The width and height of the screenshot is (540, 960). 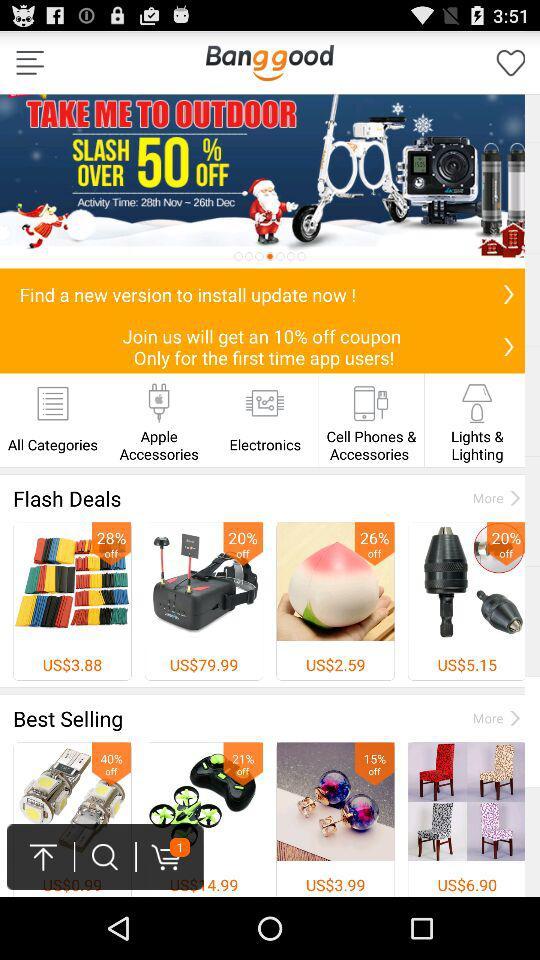 I want to click on website name, so click(x=269, y=62).